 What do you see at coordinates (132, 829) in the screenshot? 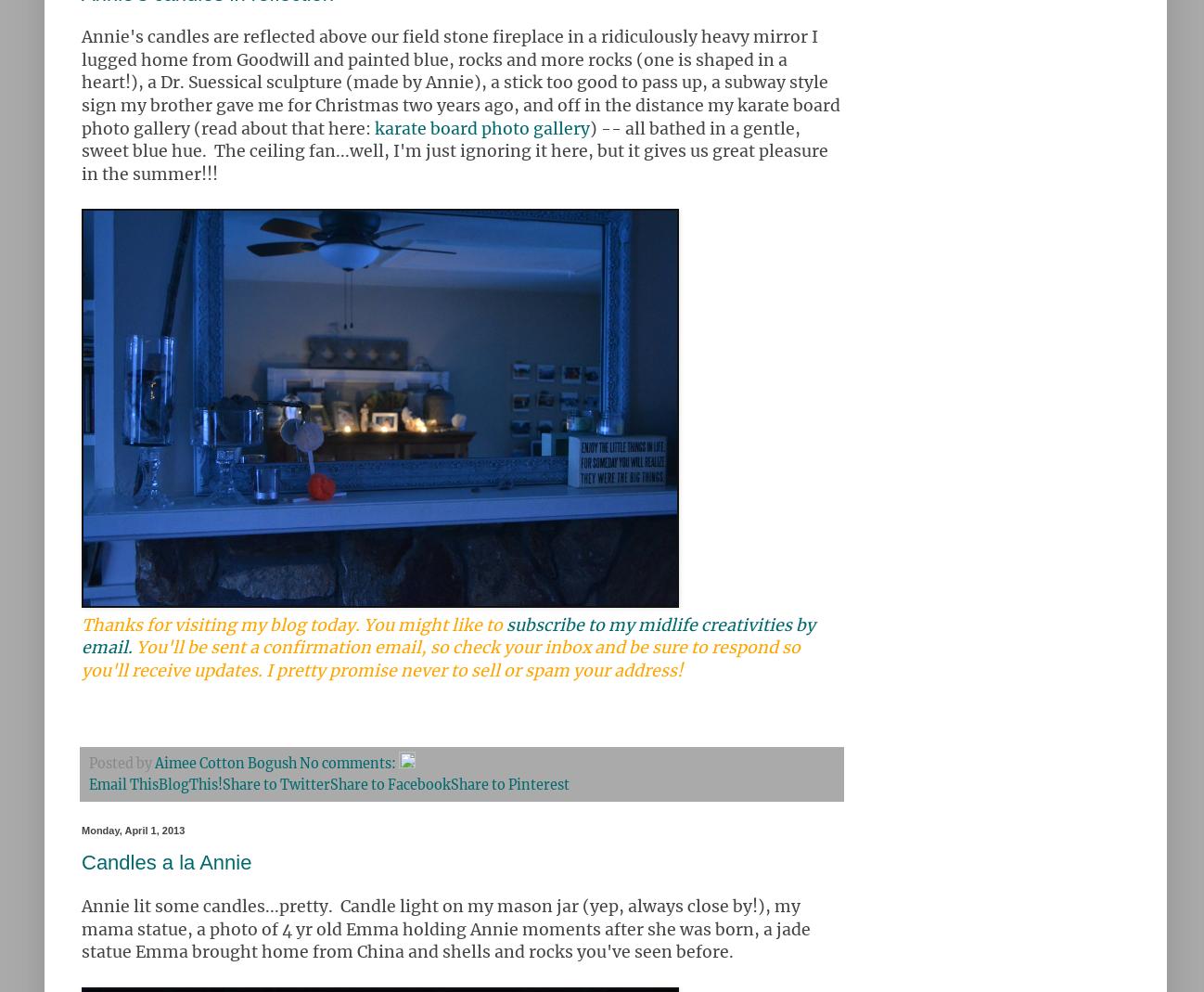
I see `'Monday, April 1, 2013'` at bounding box center [132, 829].